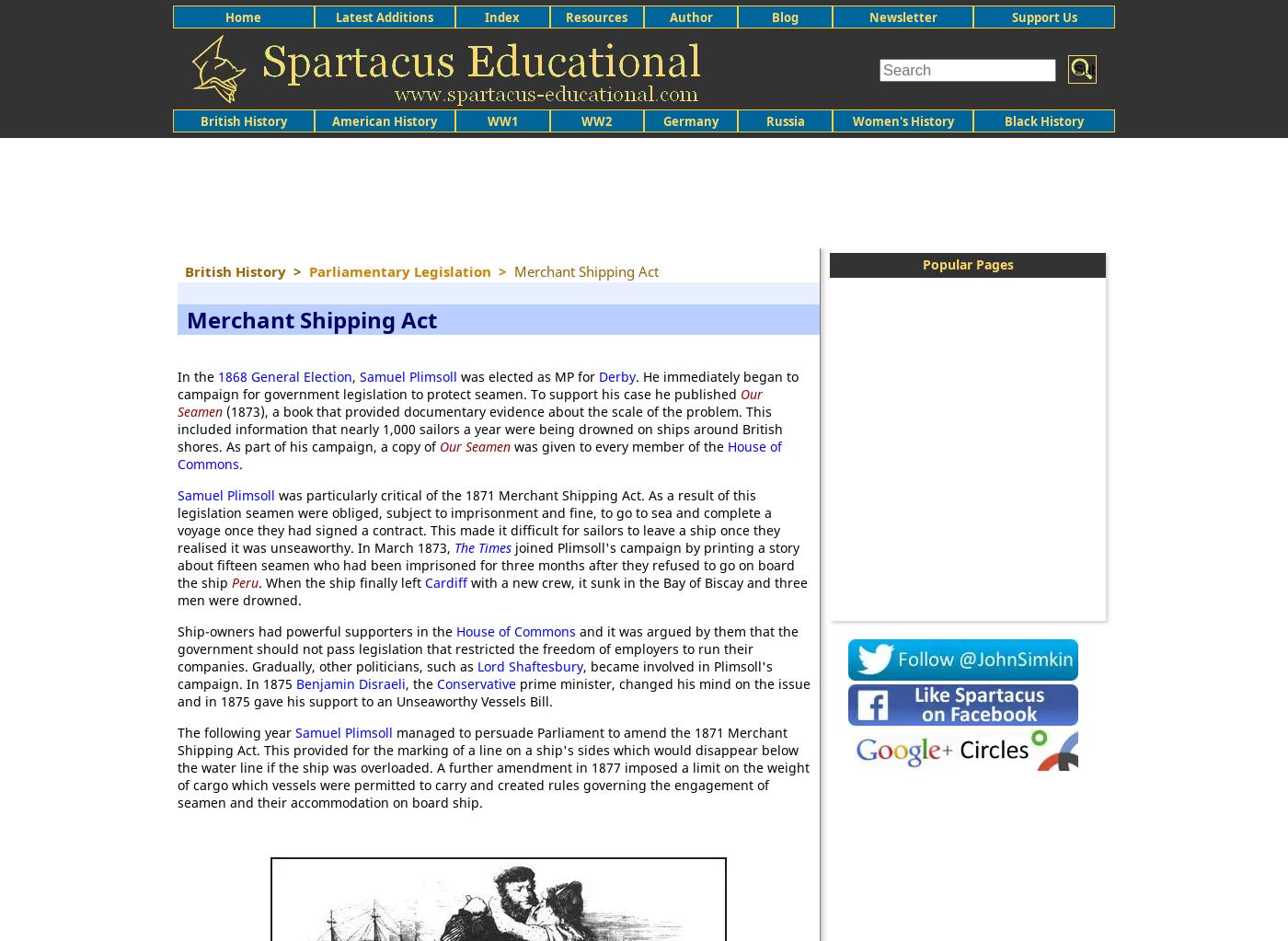  Describe the element at coordinates (489, 564) in the screenshot. I see `'joined Plimsoll's campaign by printing a story about fifteen seamen who had been imprisoned for three months after they refused to go on board the ship'` at that location.